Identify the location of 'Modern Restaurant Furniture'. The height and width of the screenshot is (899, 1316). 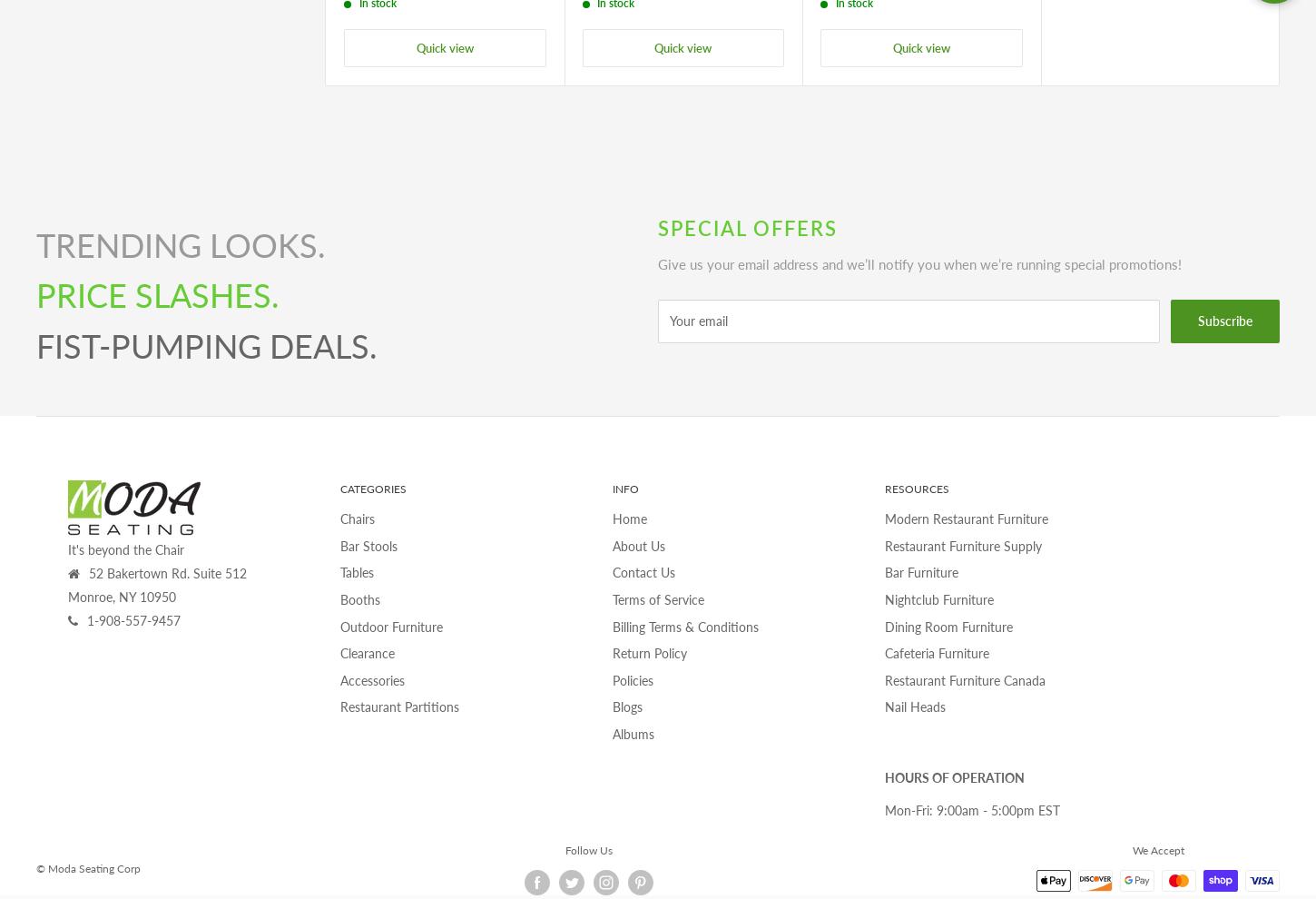
(884, 519).